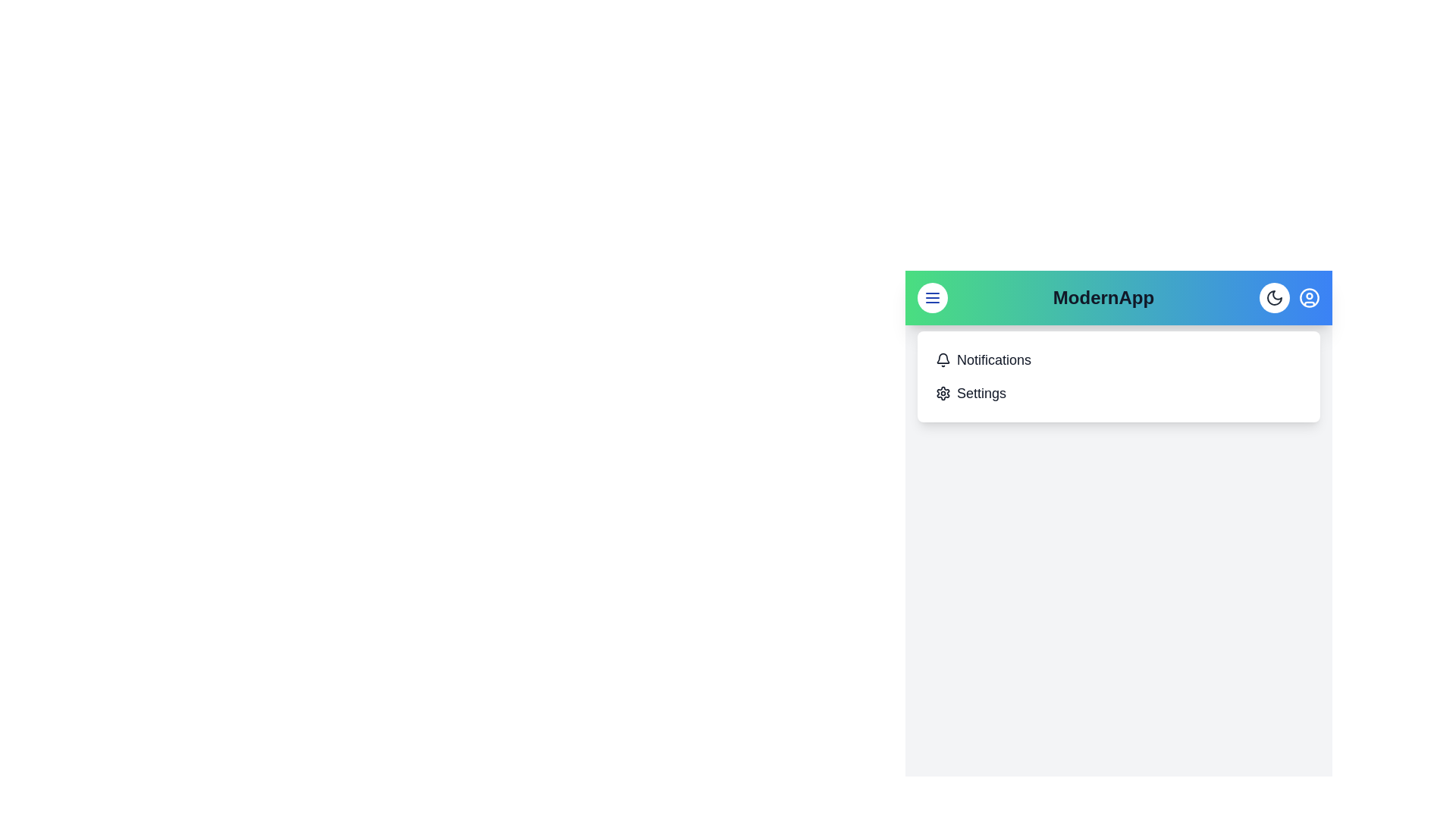 The width and height of the screenshot is (1456, 819). Describe the element at coordinates (981, 393) in the screenshot. I see `the 'Settings' menu item` at that location.